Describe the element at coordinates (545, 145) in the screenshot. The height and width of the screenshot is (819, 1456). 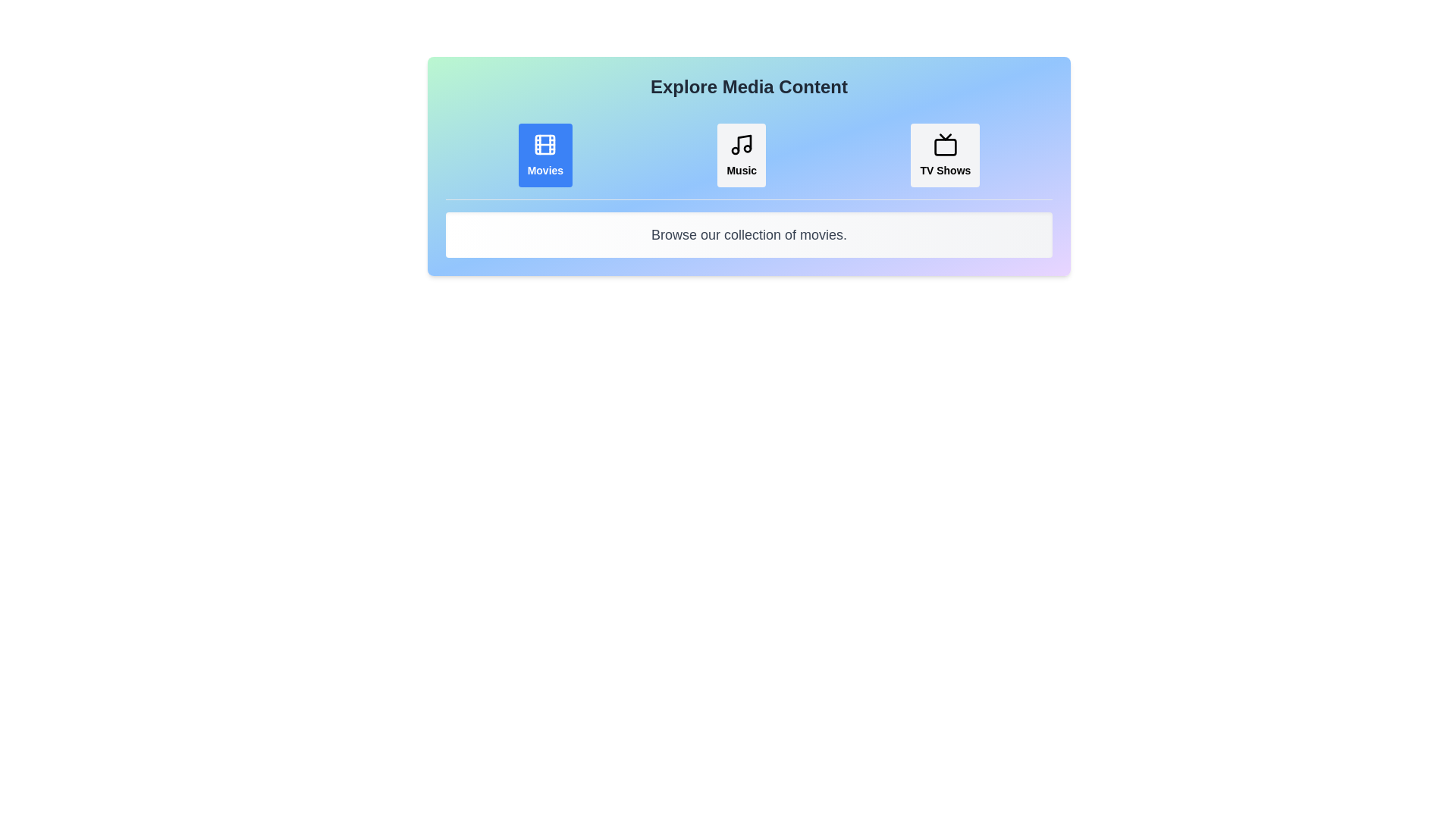
I see `the film reel icon, which is white and set against a square blue background, located within the 'Movies' button at the top left of the feature selection bar` at that location.